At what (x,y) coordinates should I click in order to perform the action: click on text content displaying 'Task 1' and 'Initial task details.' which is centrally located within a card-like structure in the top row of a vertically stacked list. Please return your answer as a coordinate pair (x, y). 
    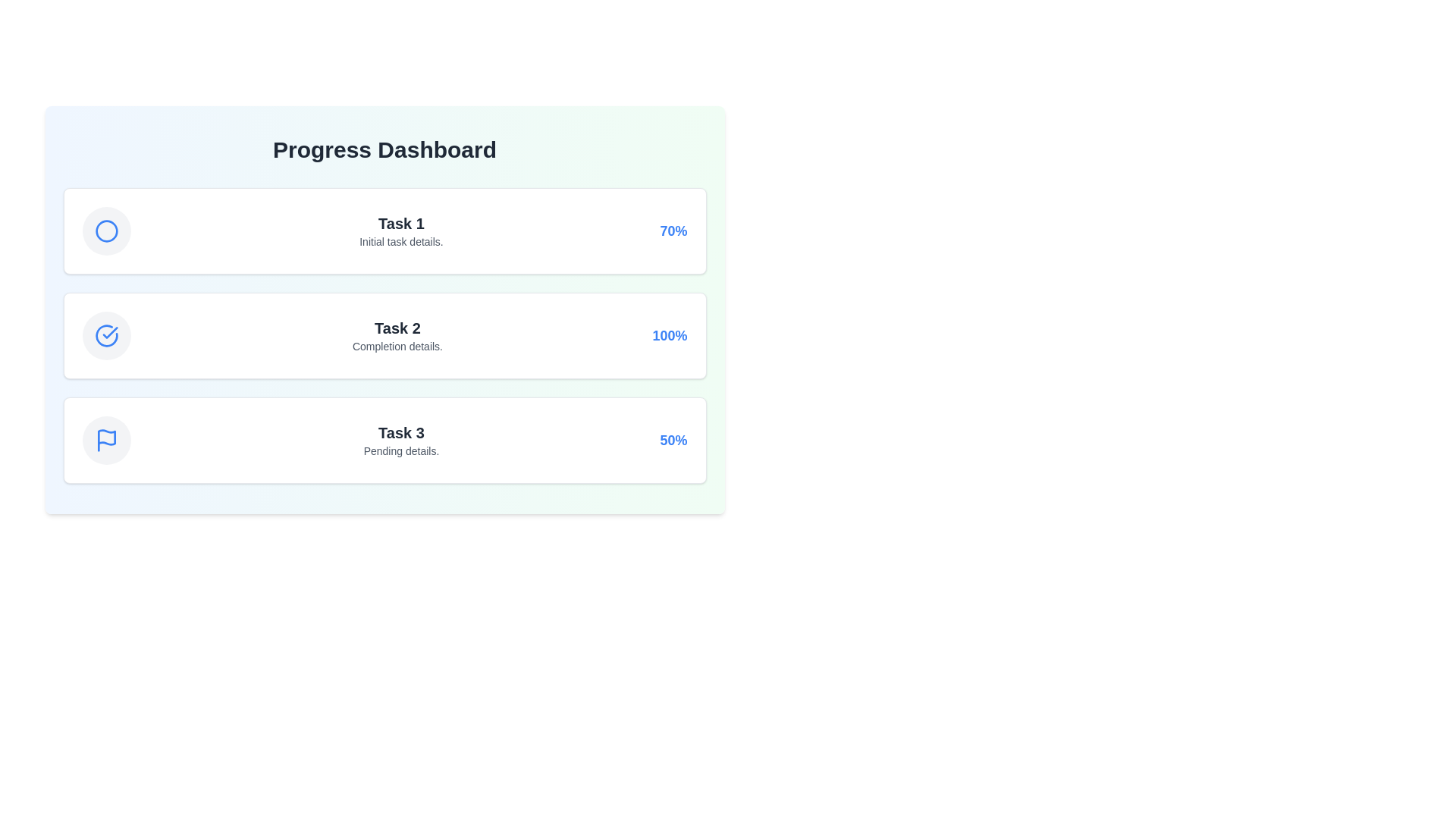
    Looking at the image, I should click on (401, 231).